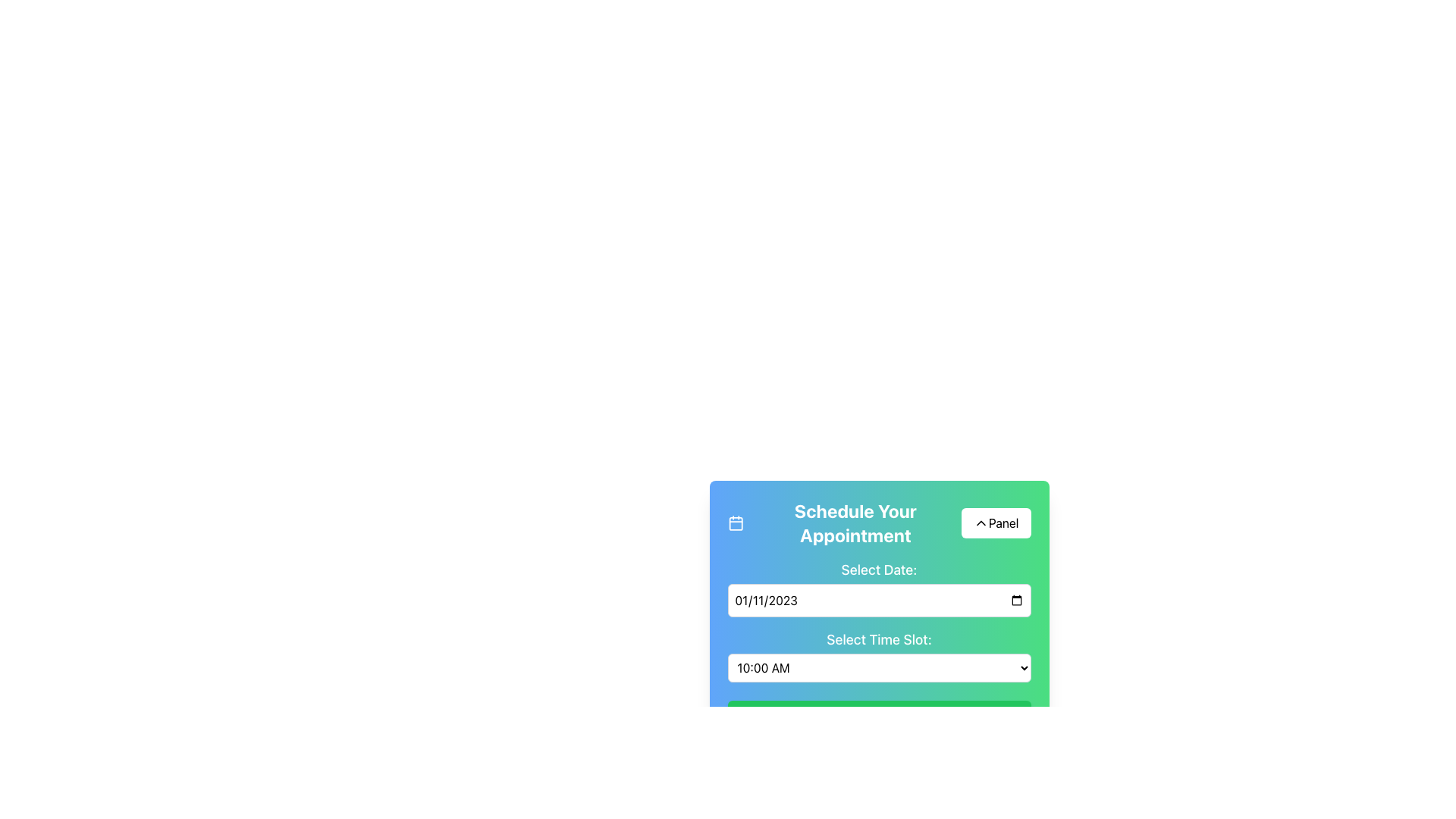  What do you see at coordinates (879, 654) in the screenshot?
I see `the dropdown menu labeled 'Select Time Slot:'` at bounding box center [879, 654].